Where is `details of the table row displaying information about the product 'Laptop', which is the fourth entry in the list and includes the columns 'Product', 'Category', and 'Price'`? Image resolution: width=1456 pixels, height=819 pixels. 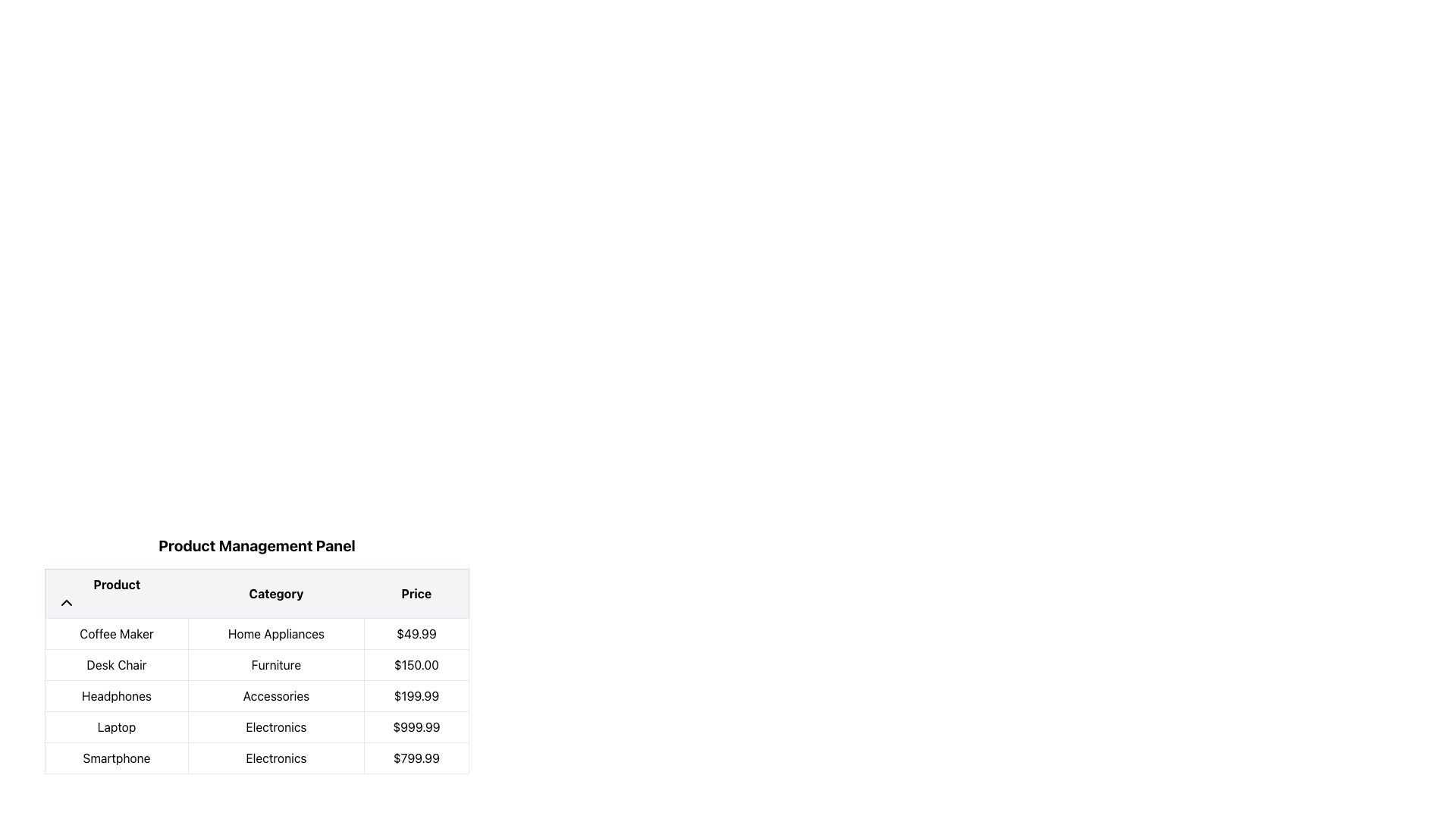 details of the table row displaying information about the product 'Laptop', which is the fourth entry in the list and includes the columns 'Product', 'Category', and 'Price' is located at coordinates (257, 726).